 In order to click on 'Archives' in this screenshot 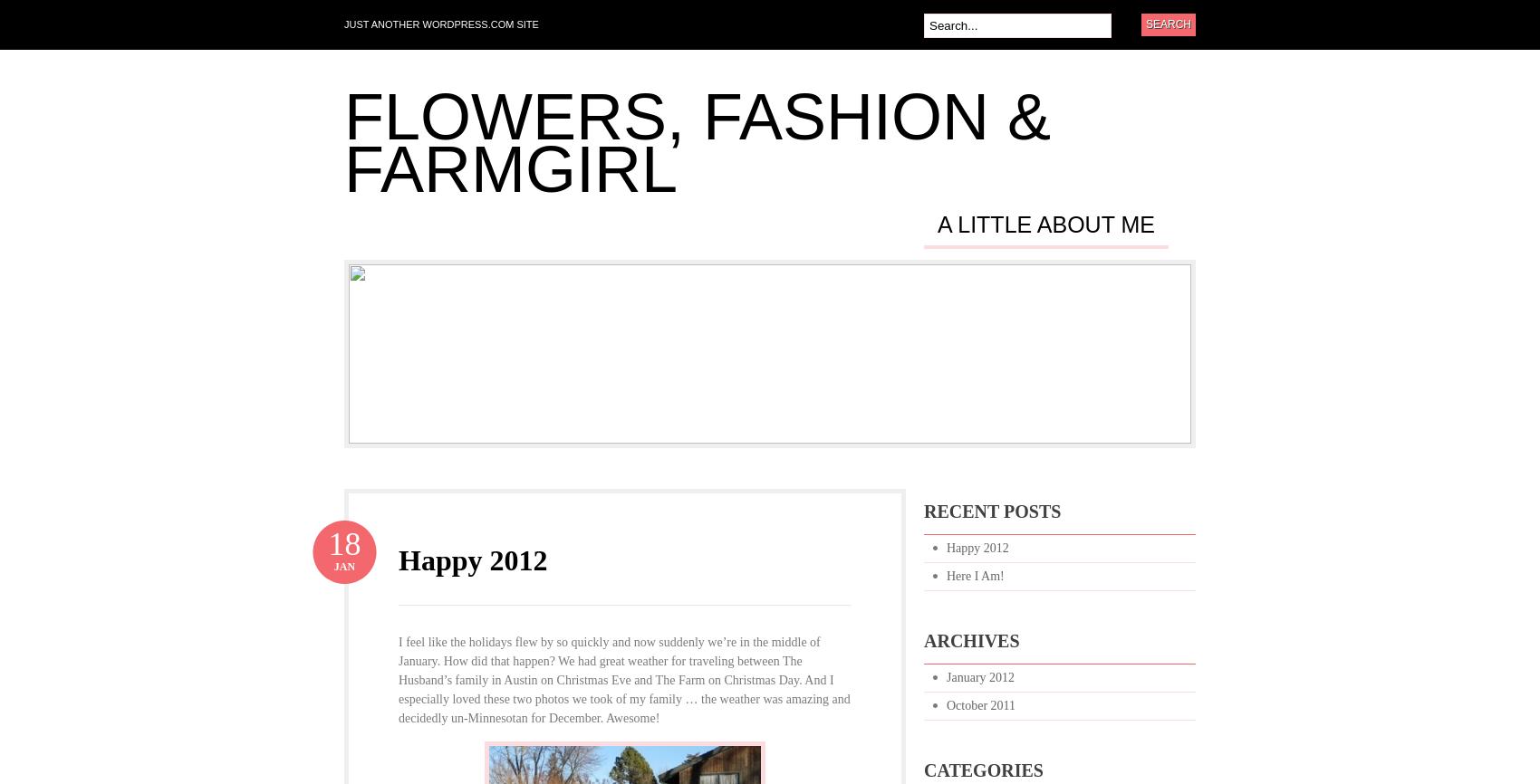, I will do `click(923, 640)`.